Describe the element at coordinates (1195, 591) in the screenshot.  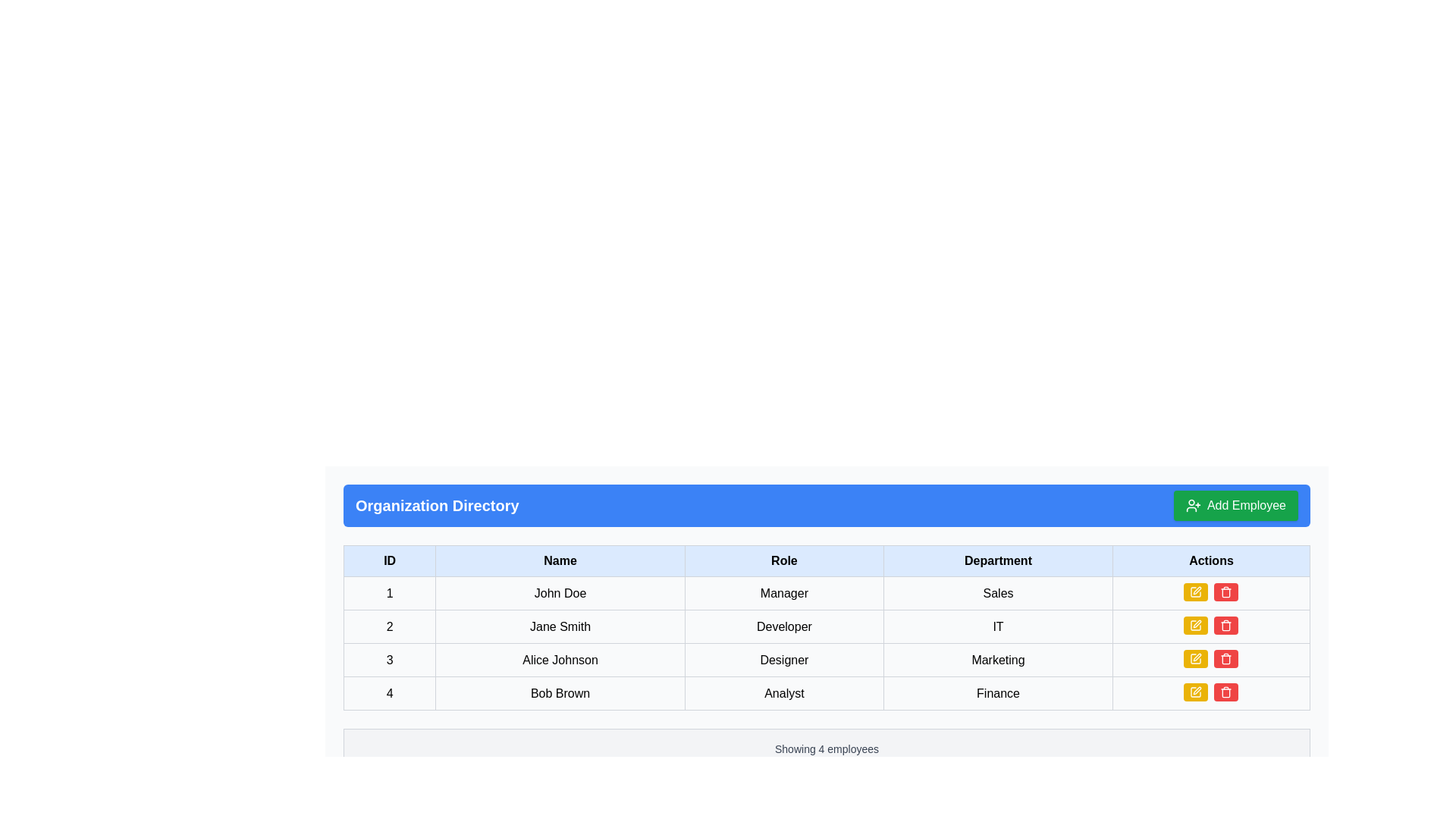
I see `the edit button located in the 'Actions' column of the table row for employee 'John Doe'` at that location.